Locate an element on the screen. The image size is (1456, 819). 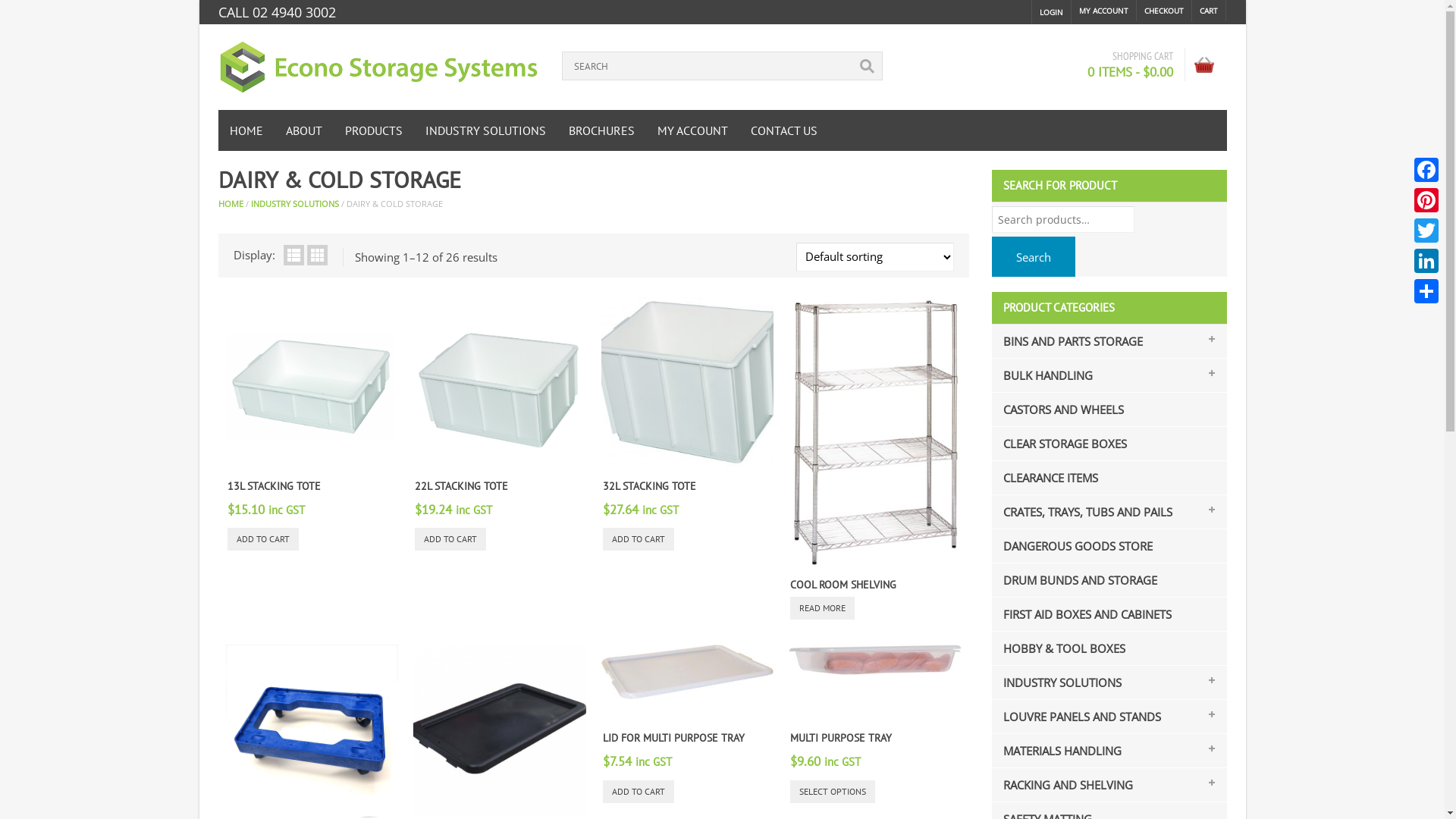
'LOGIN' is located at coordinates (1039, 11).